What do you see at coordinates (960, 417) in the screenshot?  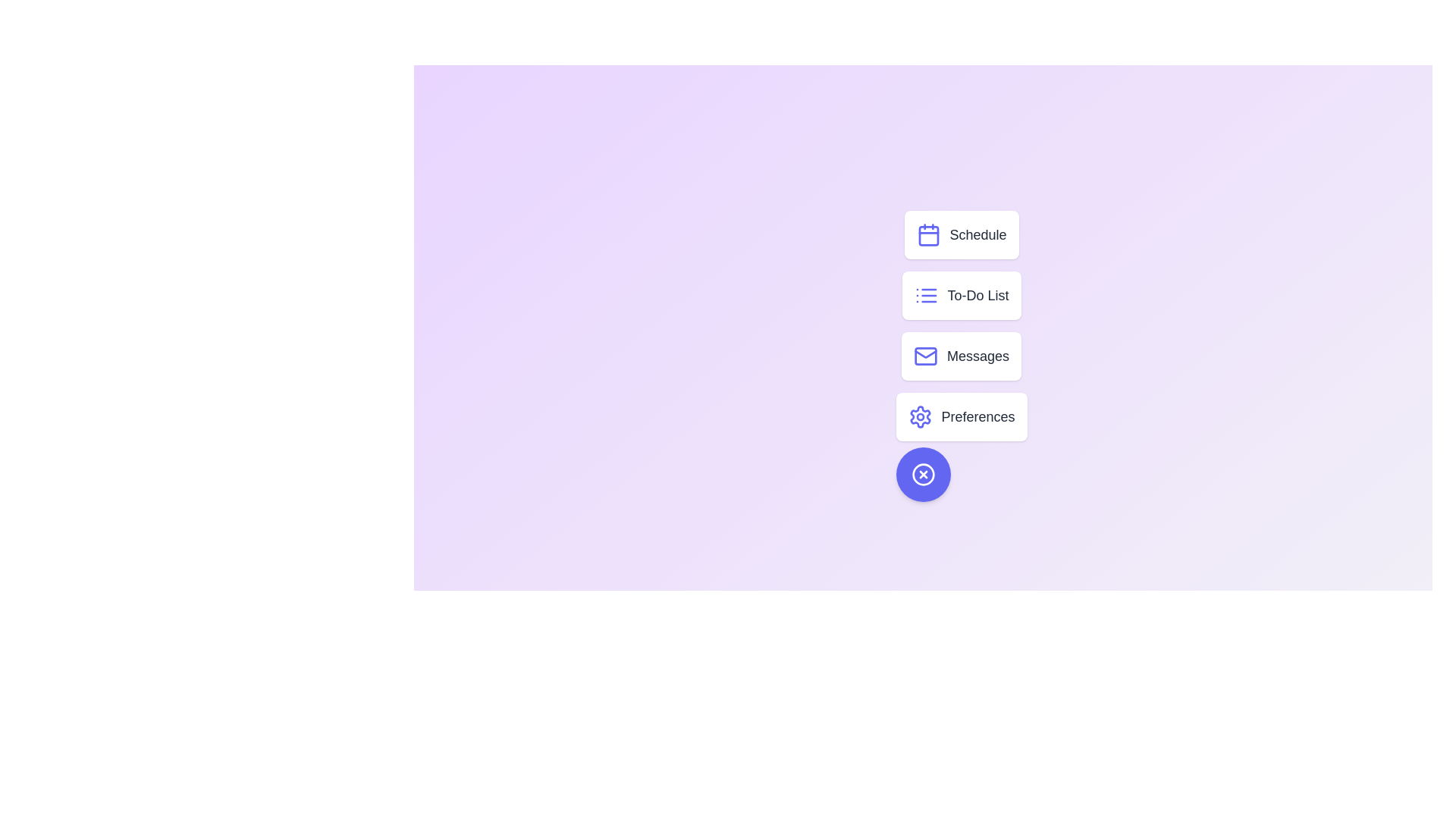 I see `the menu option Preferences from the speed dial menu` at bounding box center [960, 417].